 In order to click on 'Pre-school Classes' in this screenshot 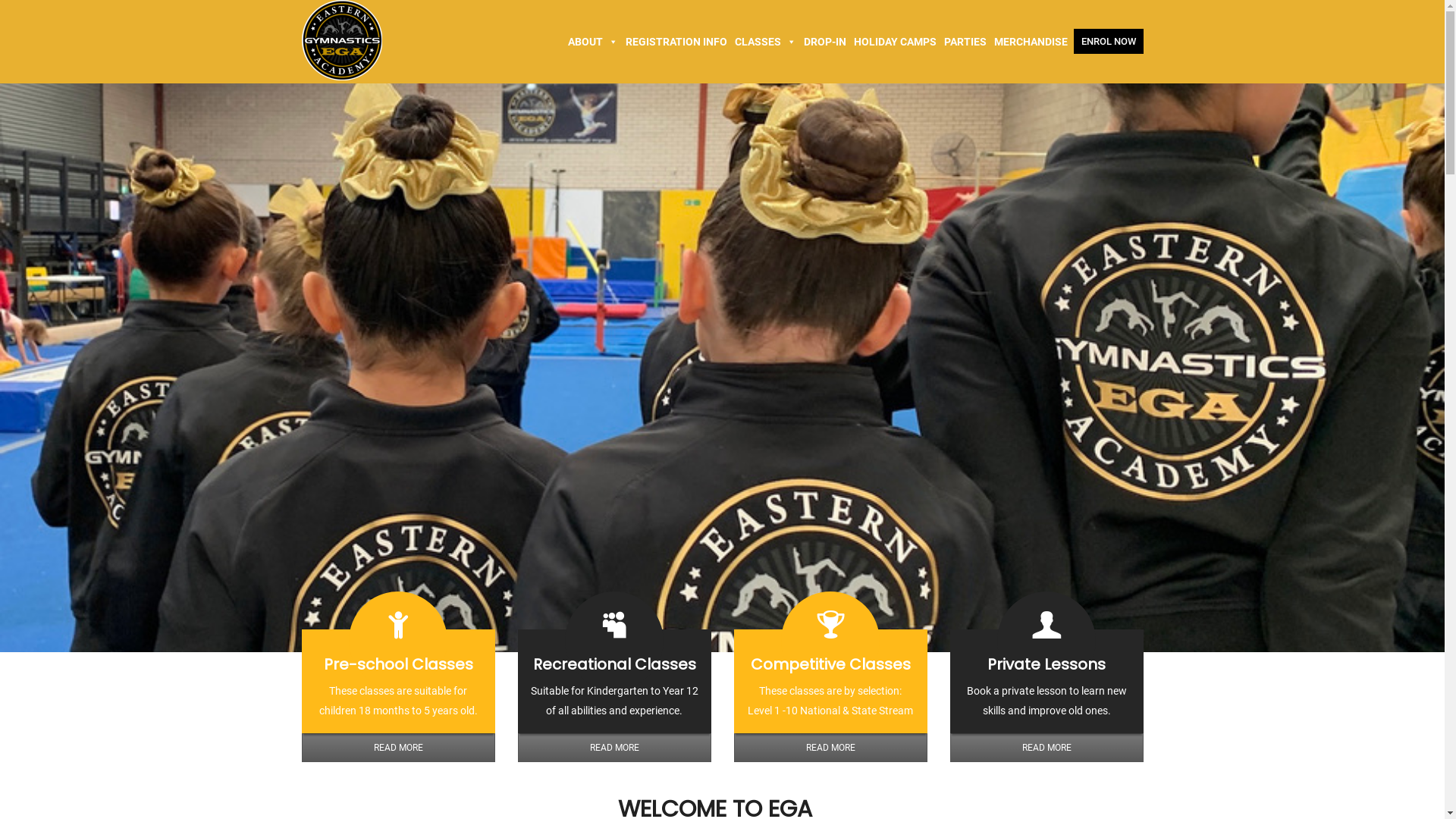, I will do `click(397, 663)`.